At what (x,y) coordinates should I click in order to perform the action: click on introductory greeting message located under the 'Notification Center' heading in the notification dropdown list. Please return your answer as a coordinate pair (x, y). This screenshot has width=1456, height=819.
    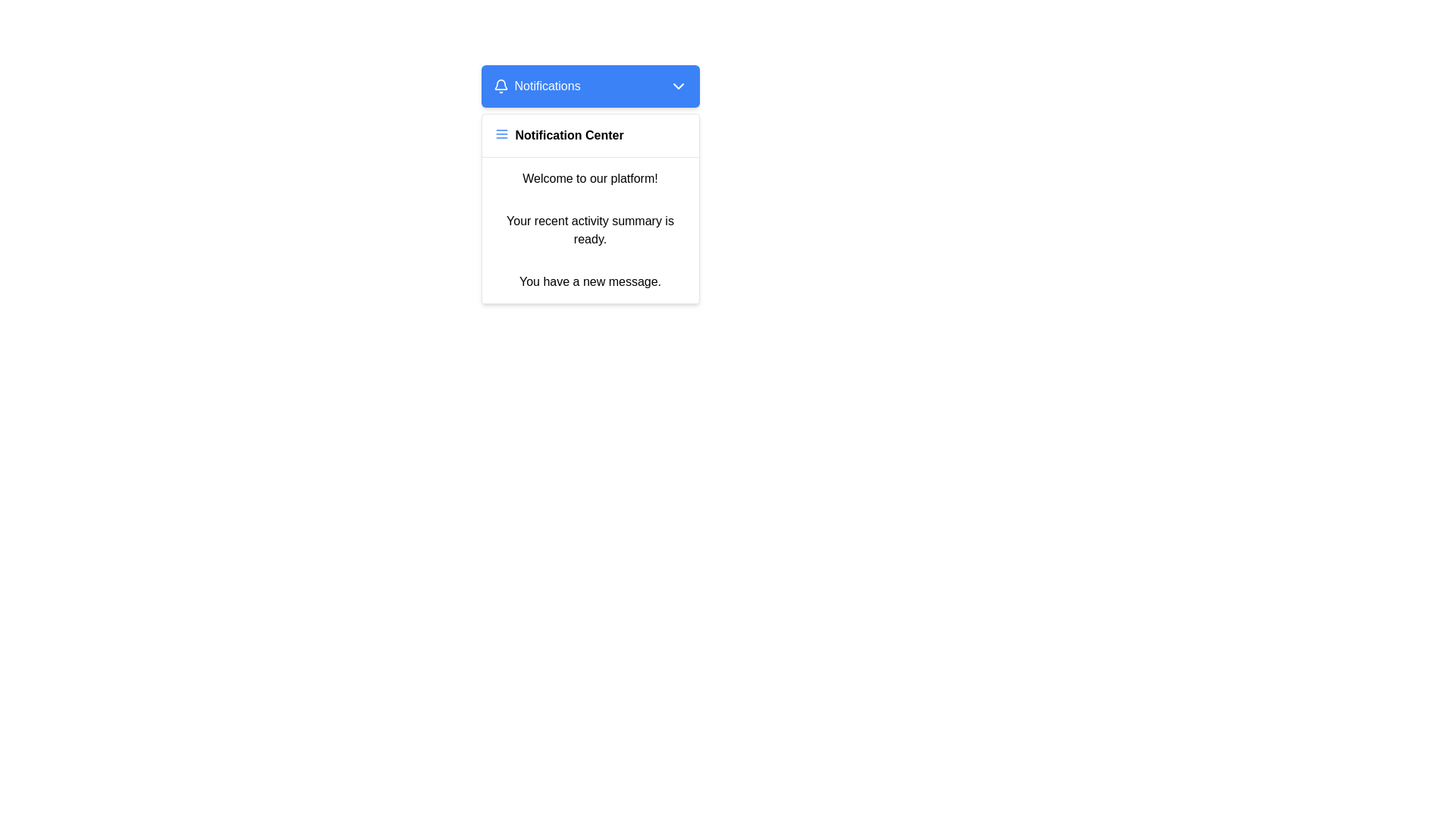
    Looking at the image, I should click on (589, 177).